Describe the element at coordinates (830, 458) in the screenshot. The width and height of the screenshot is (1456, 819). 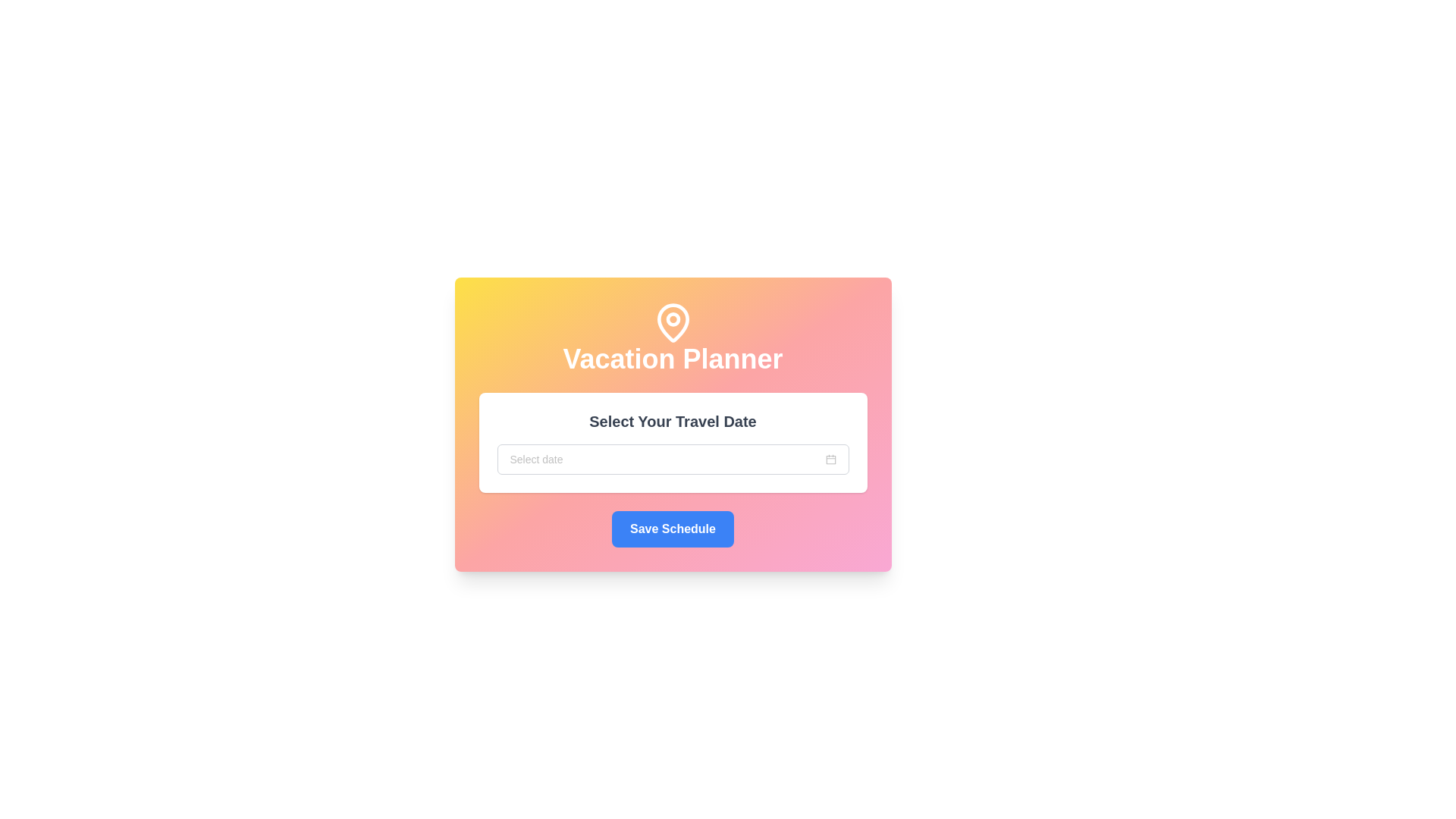
I see `the icon button located on the rightmost side of the date picker input field` at that location.